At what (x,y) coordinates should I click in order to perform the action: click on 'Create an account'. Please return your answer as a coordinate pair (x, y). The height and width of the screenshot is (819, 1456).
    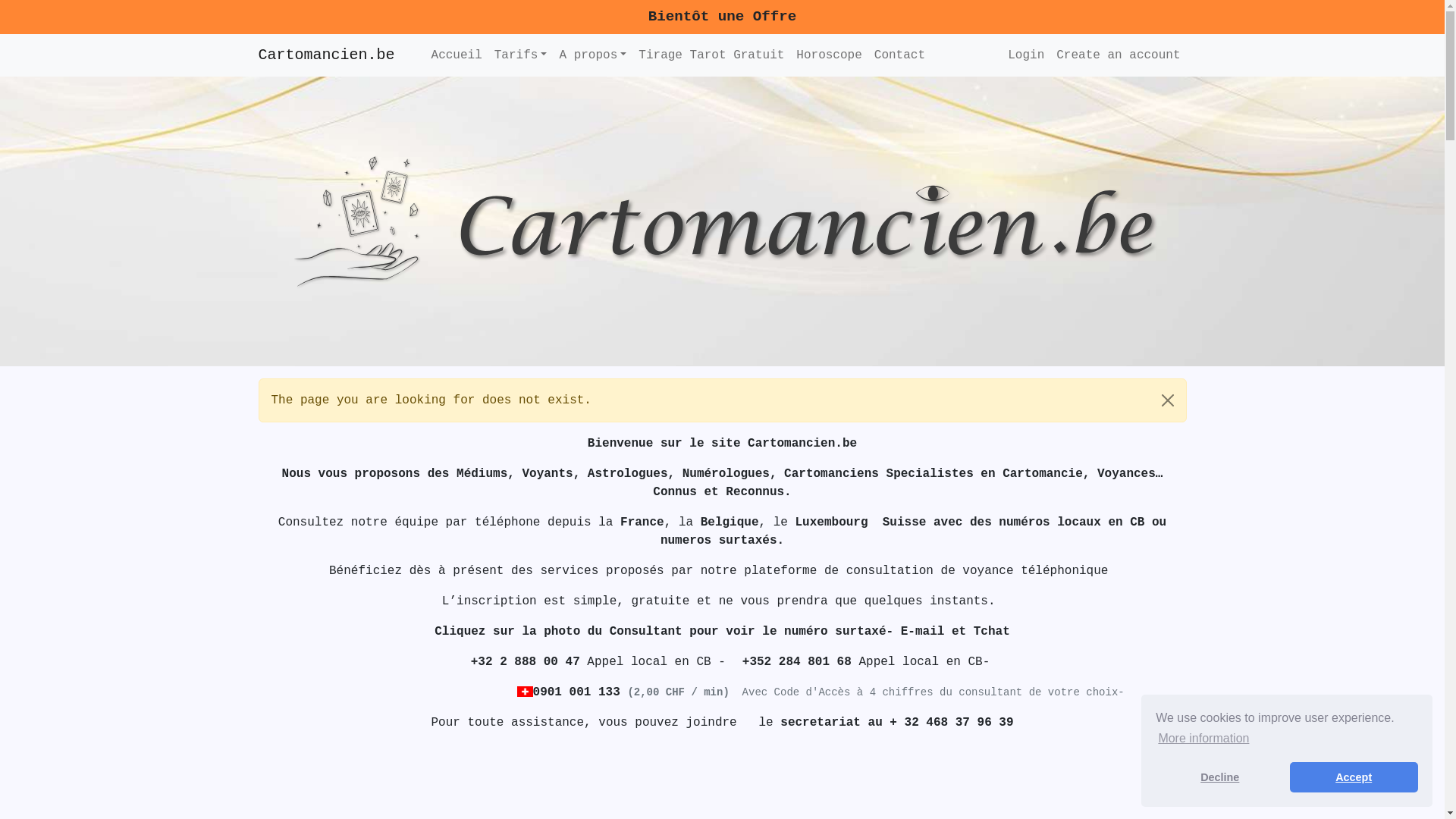
    Looking at the image, I should click on (1118, 55).